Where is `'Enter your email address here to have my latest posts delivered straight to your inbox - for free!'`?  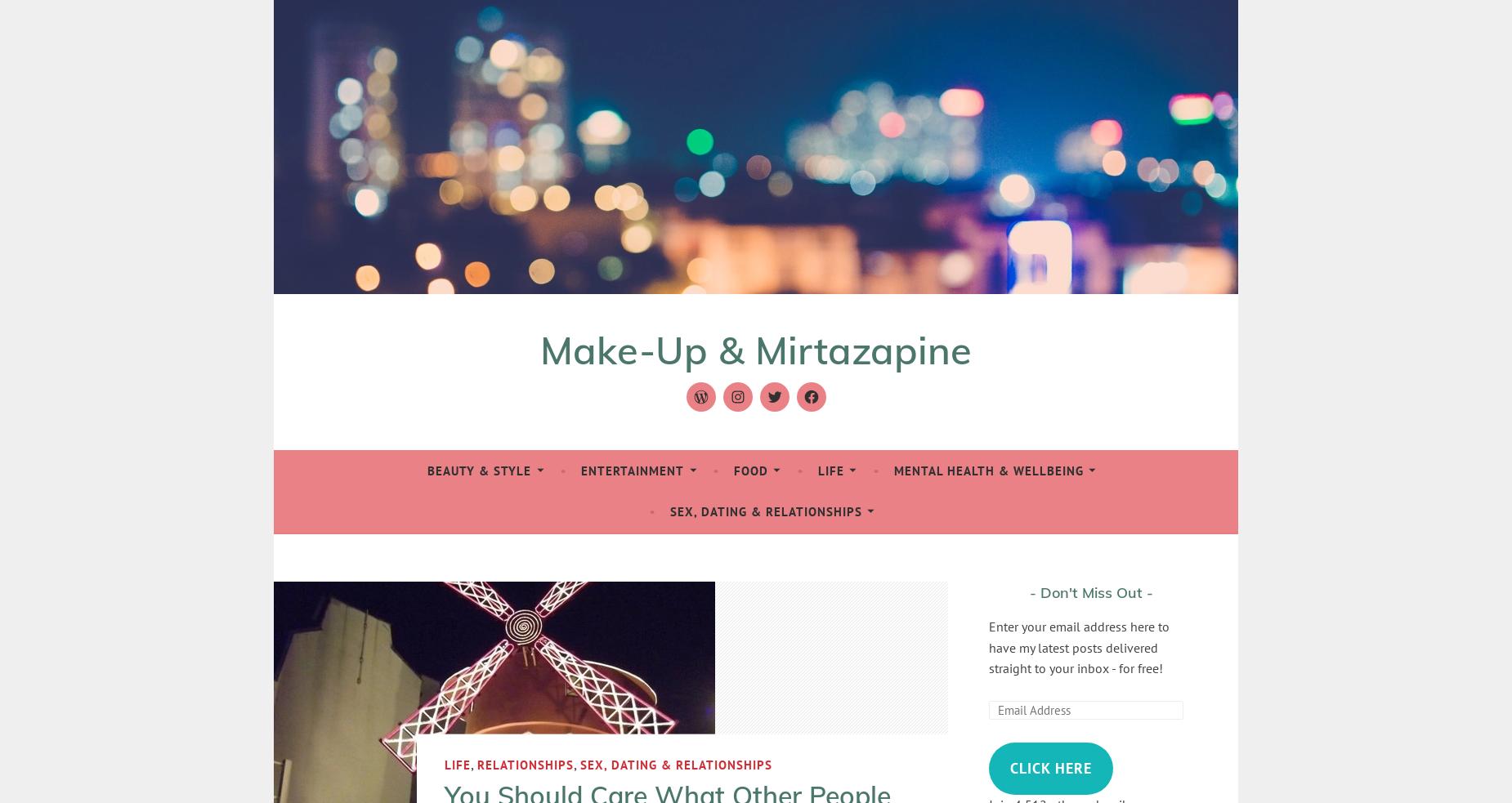
'Enter your email address here to have my latest posts delivered straight to your inbox - for free!' is located at coordinates (1078, 646).